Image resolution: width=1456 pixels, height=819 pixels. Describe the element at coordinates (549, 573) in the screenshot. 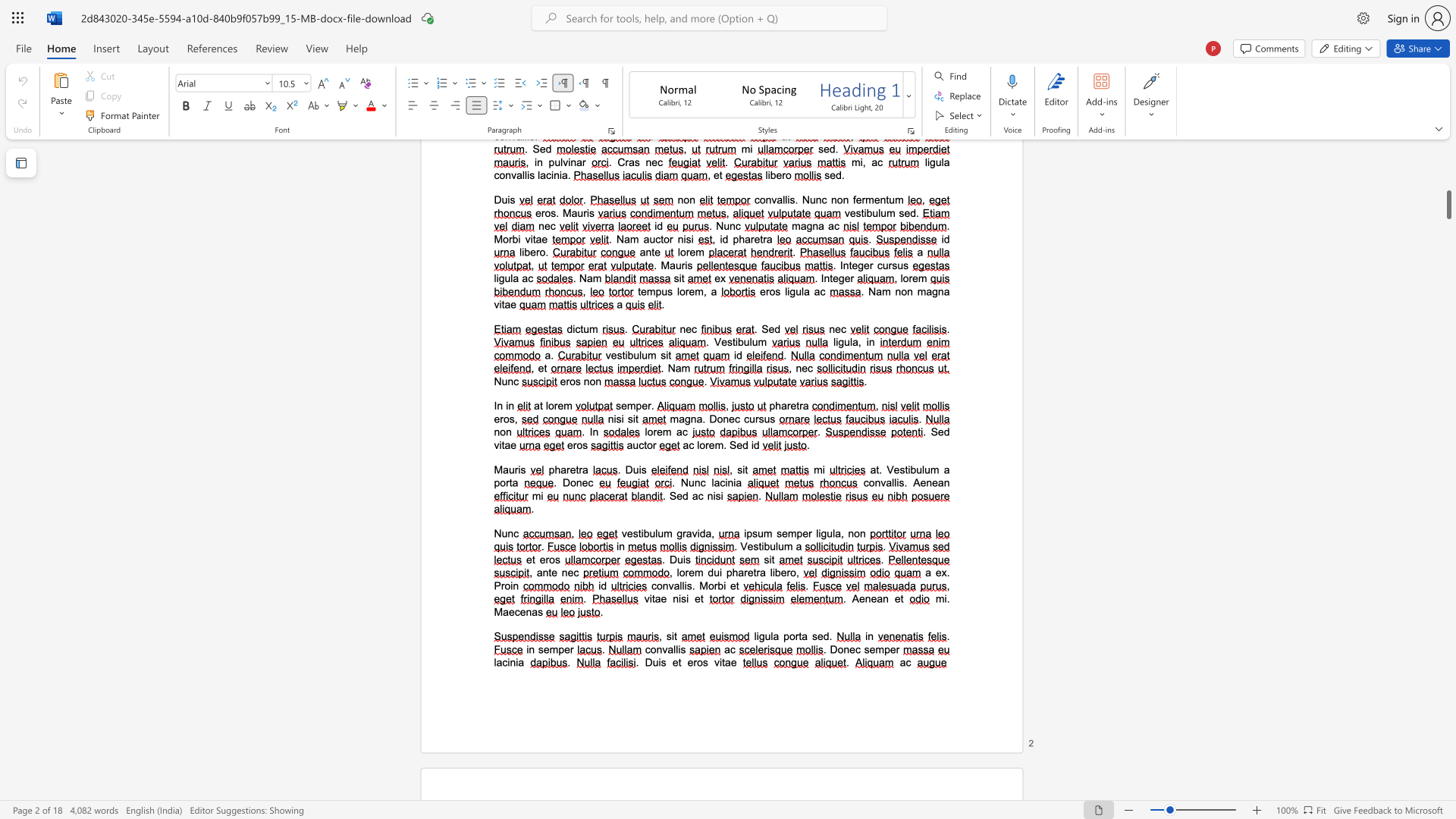

I see `the 1th character "t" in the text` at that location.